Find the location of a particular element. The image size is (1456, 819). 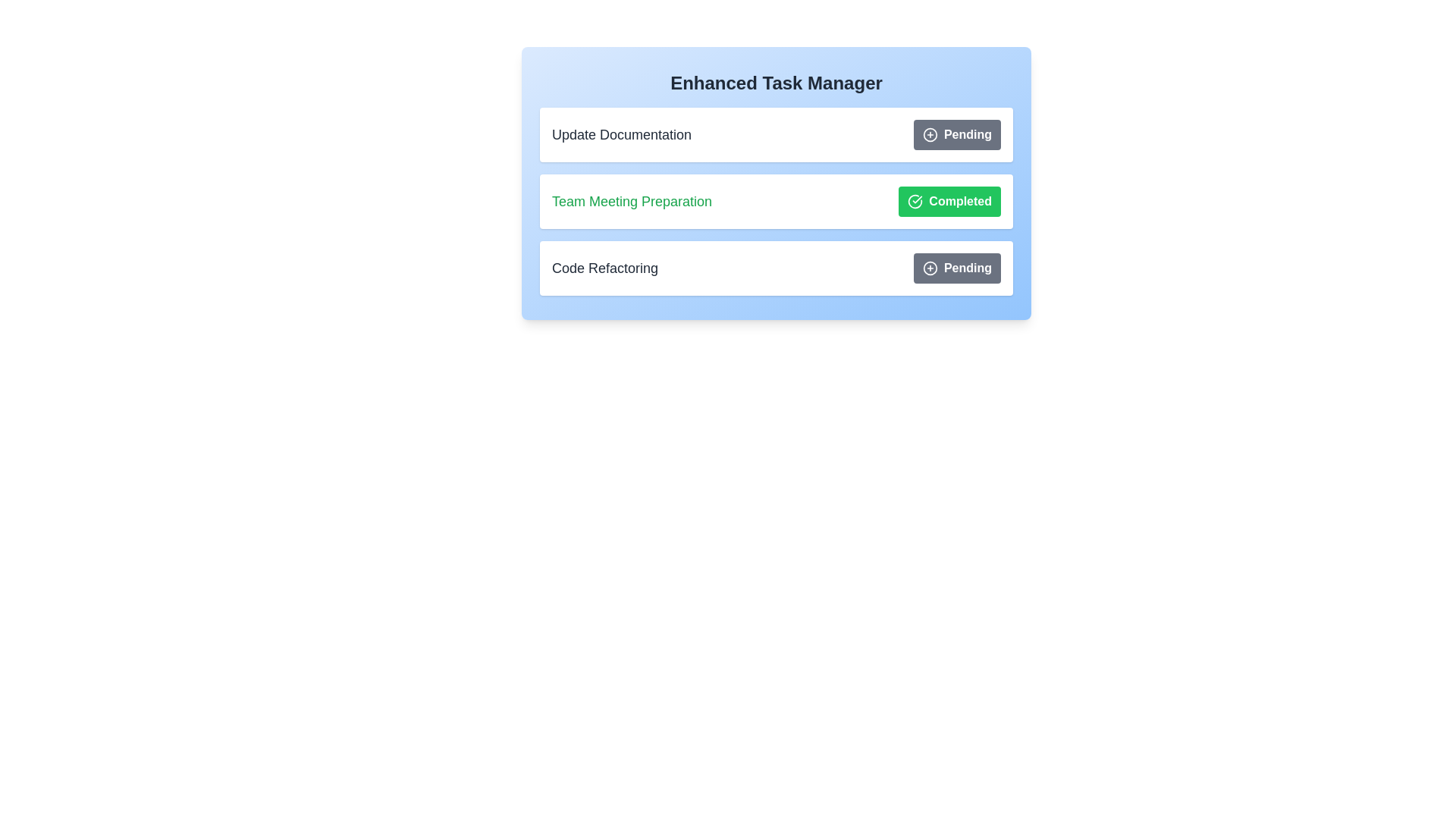

the button corresponding to the task Update Documentation is located at coordinates (956, 133).